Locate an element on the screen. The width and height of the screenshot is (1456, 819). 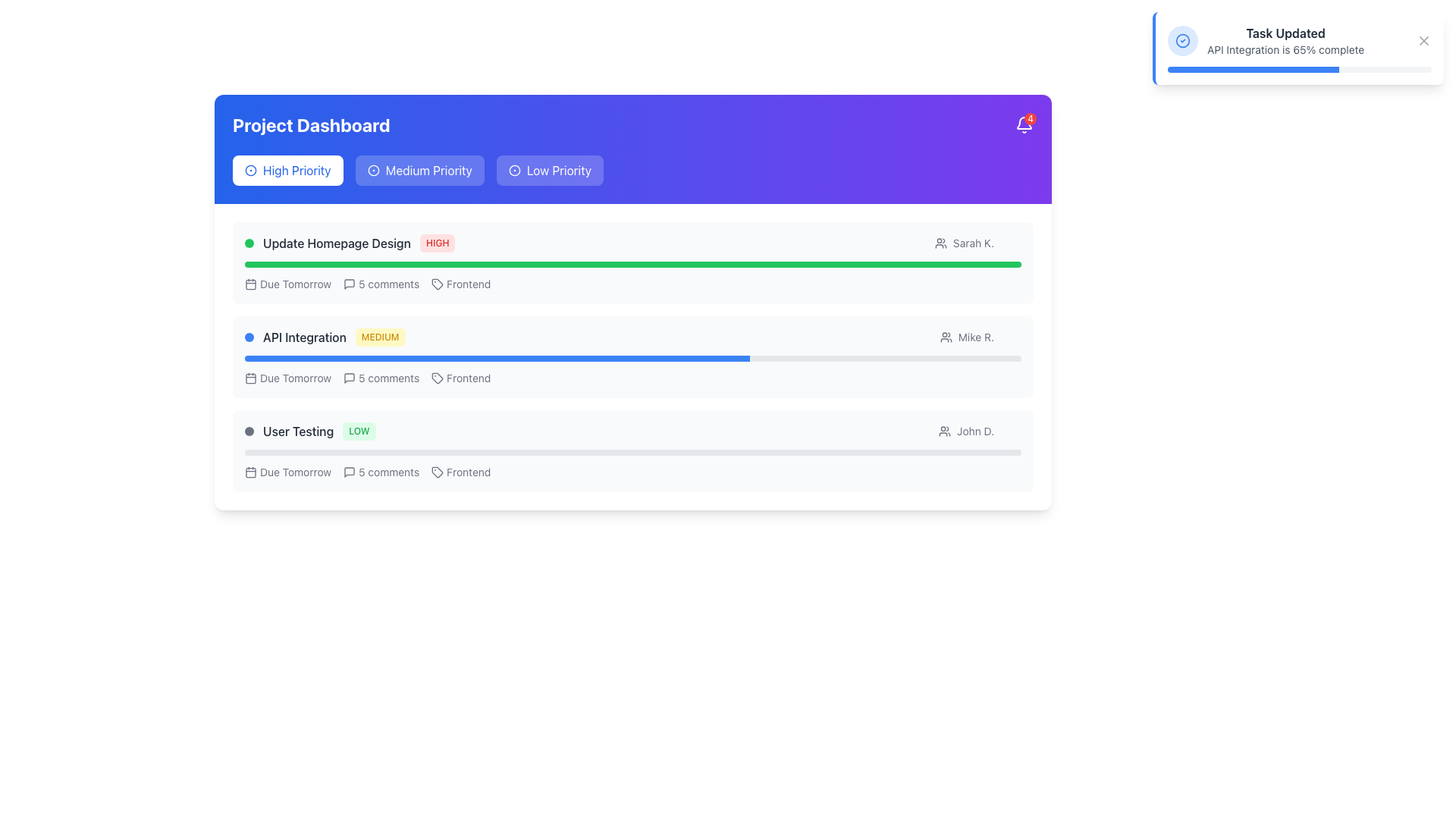
priority level of the 'User Testing' task, which is displayed as 'LOW' in the task list of the project management dashboard is located at coordinates (309, 431).